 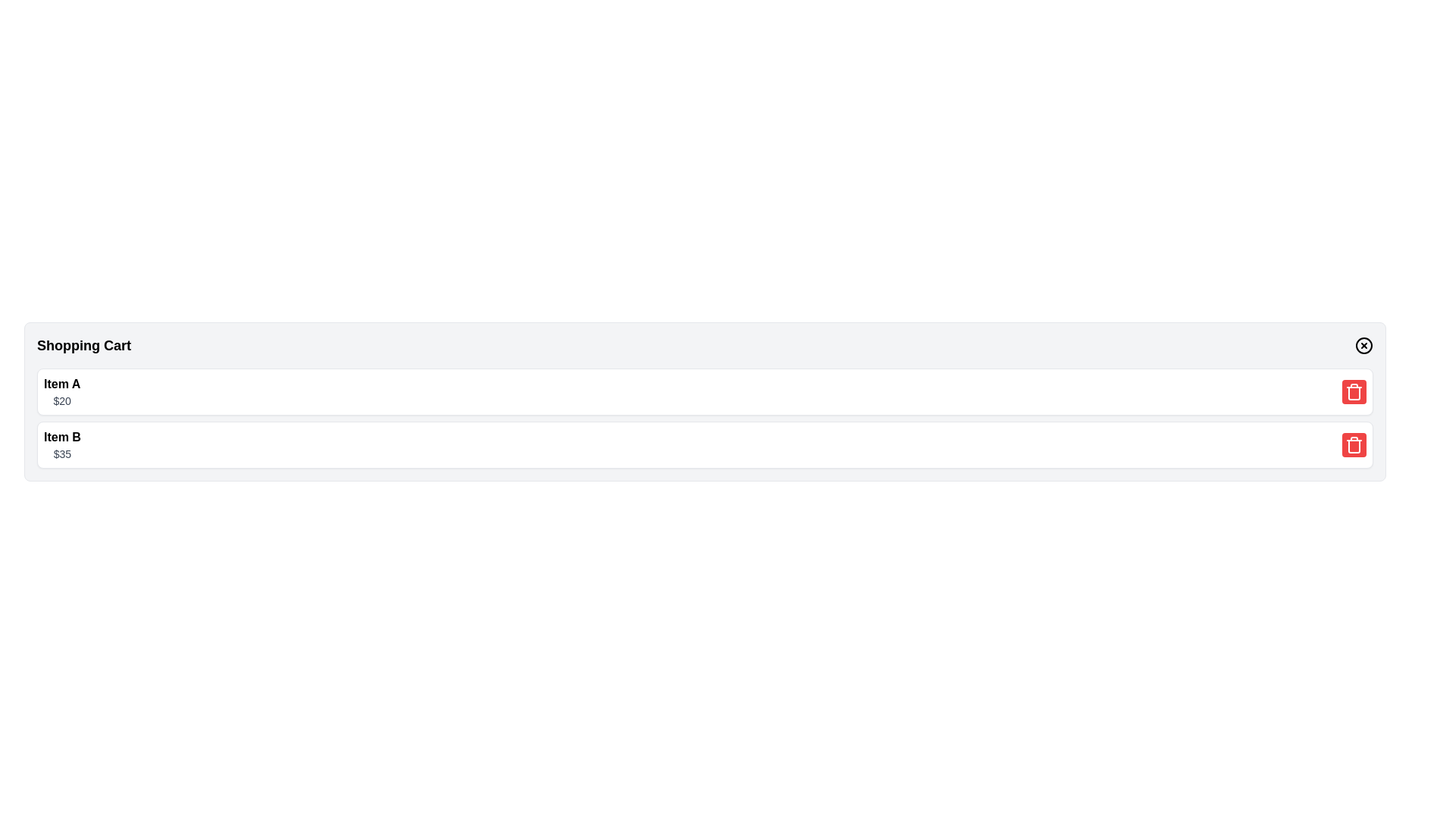 What do you see at coordinates (61, 444) in the screenshot?
I see `item's name and price displayed in the text area for 'Item B' located in the middle-left section of the shopping cart interface` at bounding box center [61, 444].